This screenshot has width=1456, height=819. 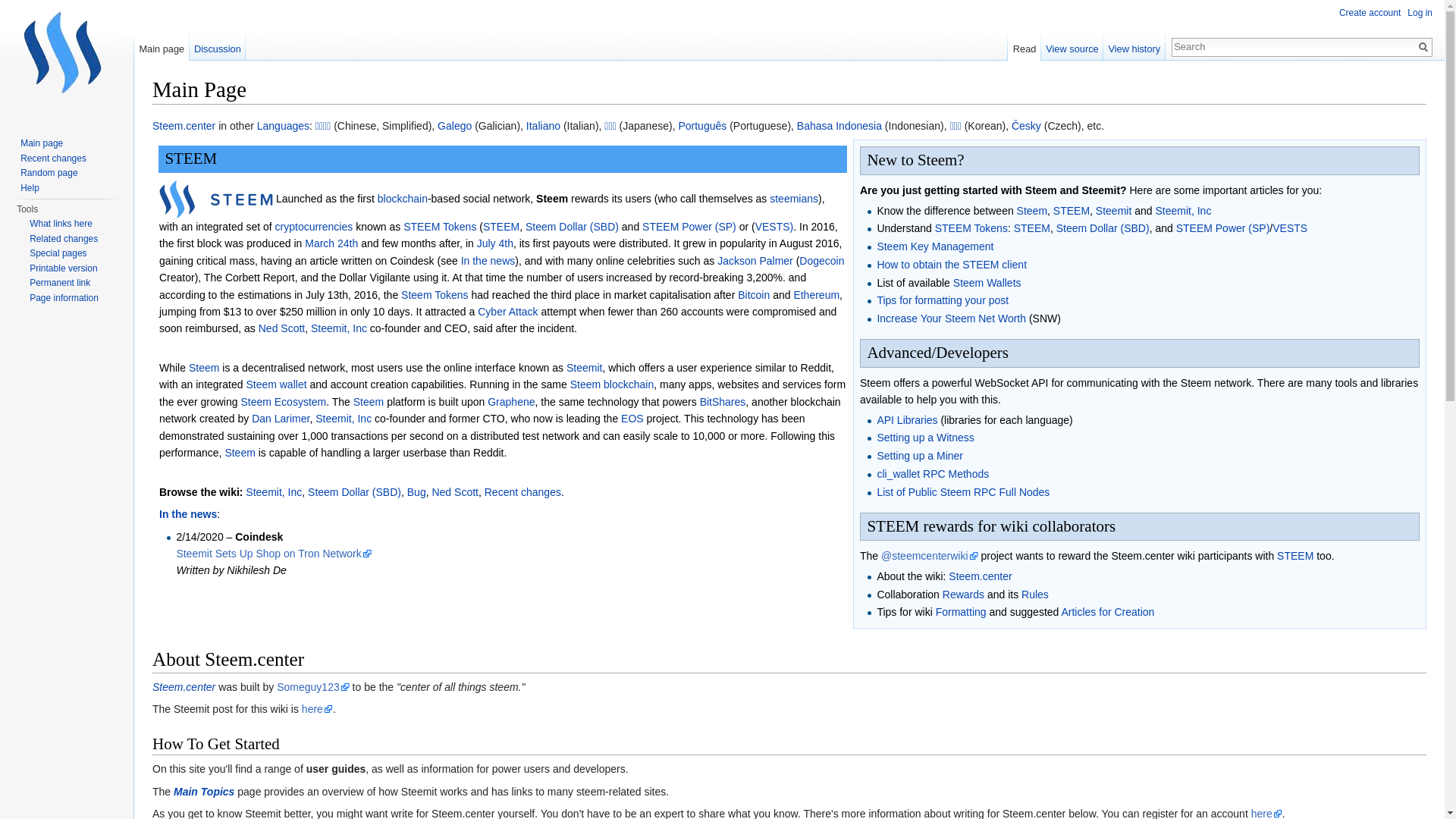 What do you see at coordinates (1370, 12) in the screenshot?
I see `'Create account'` at bounding box center [1370, 12].